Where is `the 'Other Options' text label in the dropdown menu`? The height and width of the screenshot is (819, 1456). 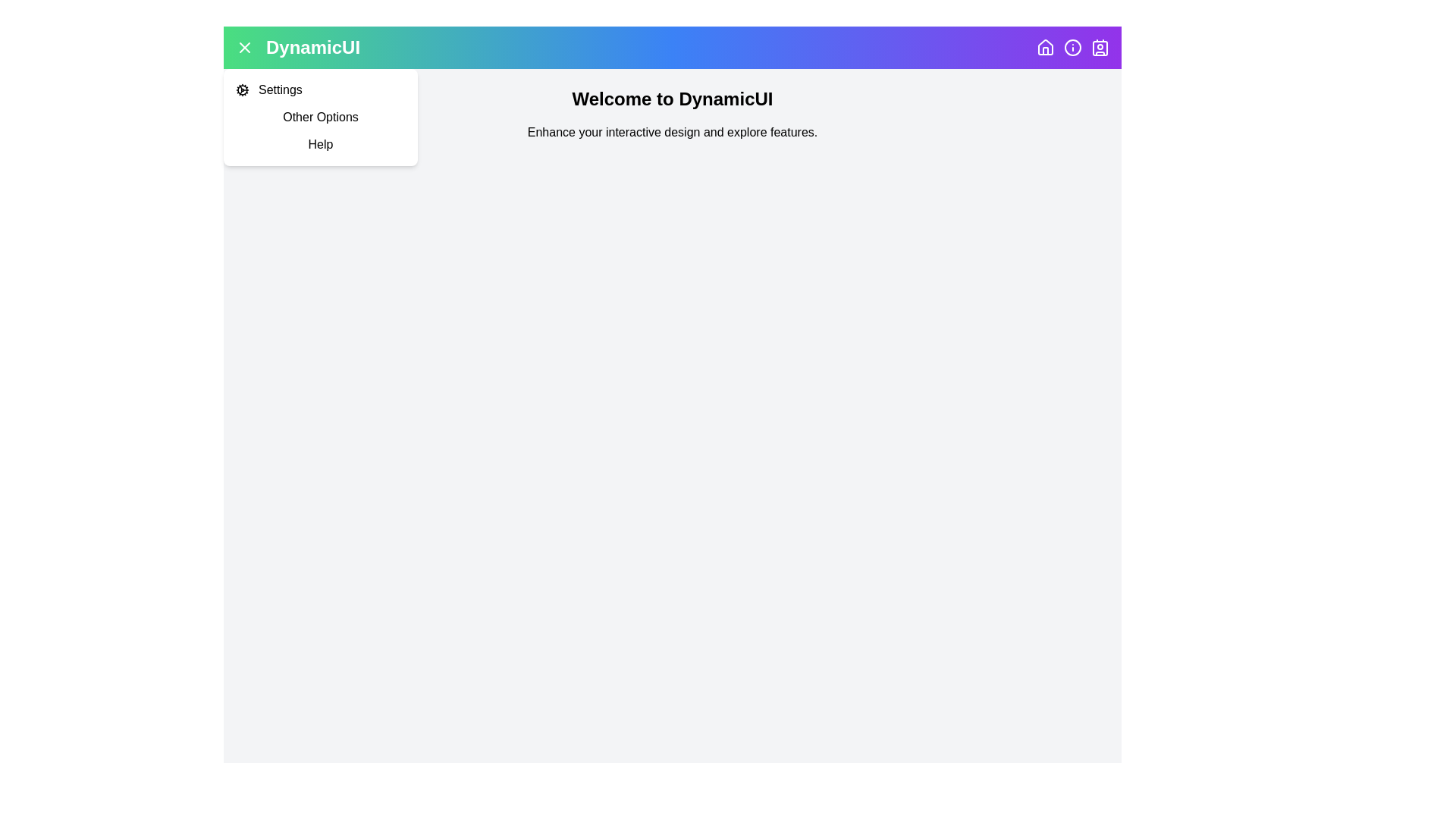 the 'Other Options' text label in the dropdown menu is located at coordinates (319, 116).